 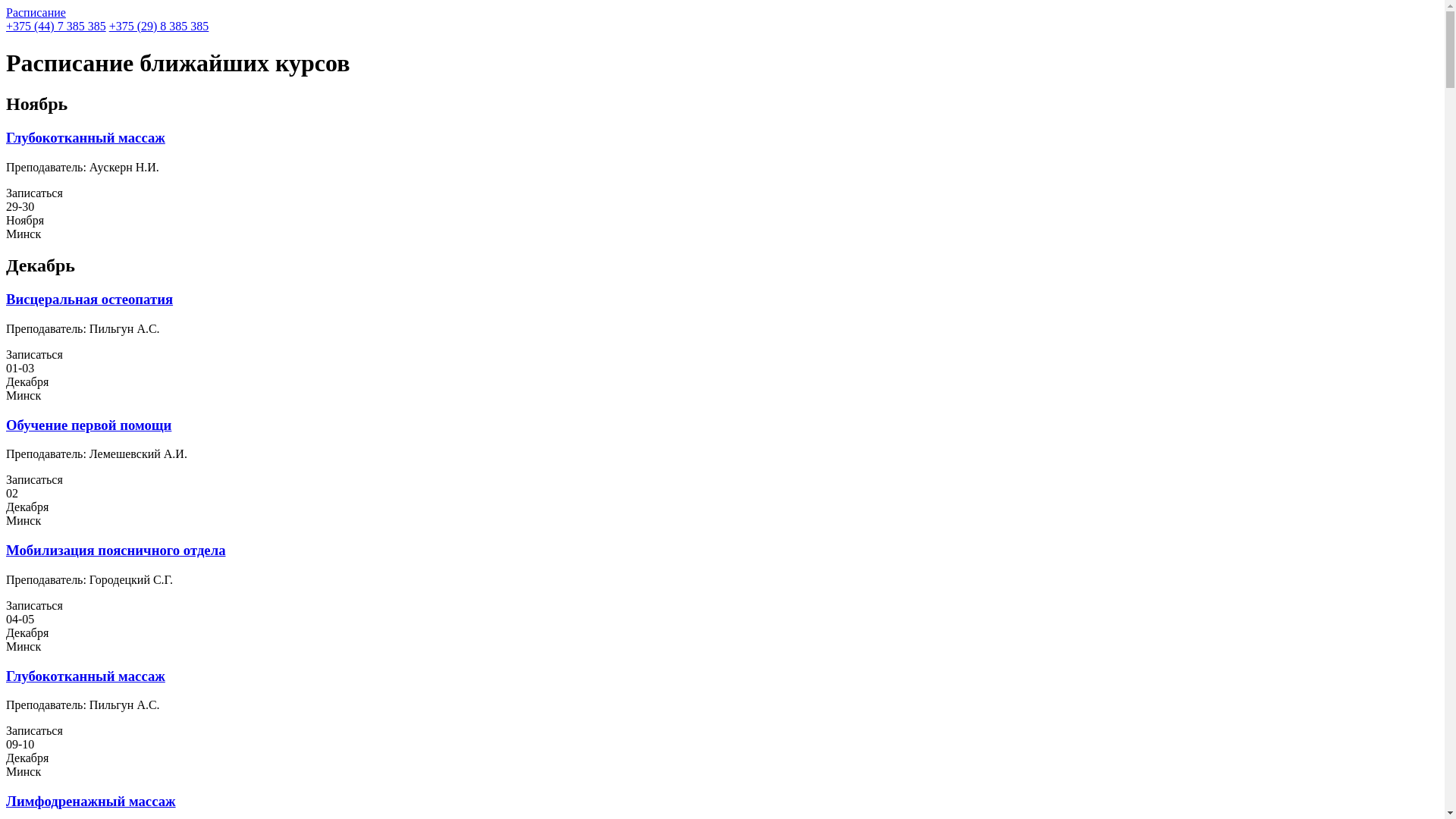 I want to click on '+375 (29) 8 385 385', so click(x=108, y=26).